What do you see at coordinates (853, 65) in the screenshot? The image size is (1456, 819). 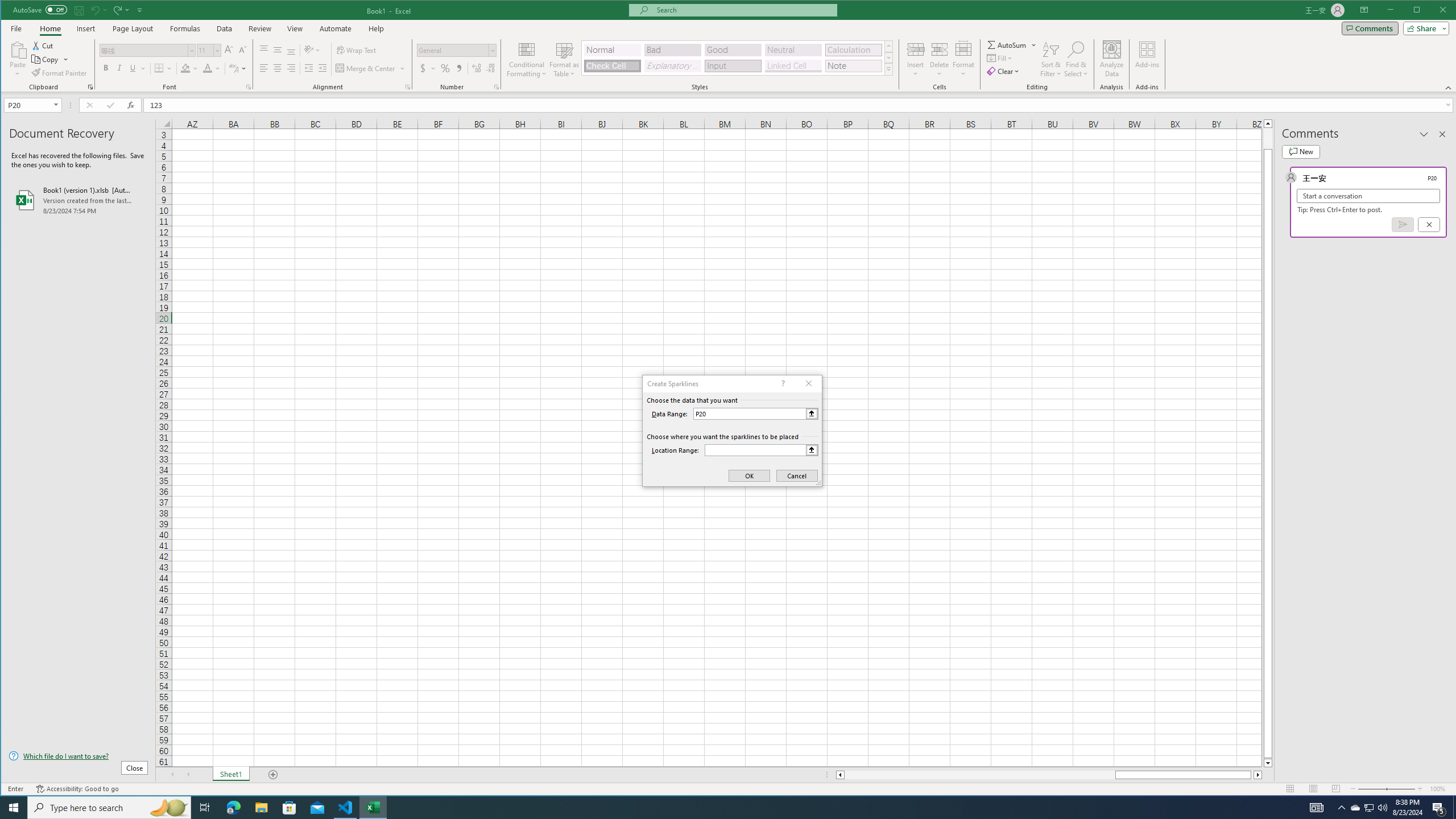 I see `'Note'` at bounding box center [853, 65].